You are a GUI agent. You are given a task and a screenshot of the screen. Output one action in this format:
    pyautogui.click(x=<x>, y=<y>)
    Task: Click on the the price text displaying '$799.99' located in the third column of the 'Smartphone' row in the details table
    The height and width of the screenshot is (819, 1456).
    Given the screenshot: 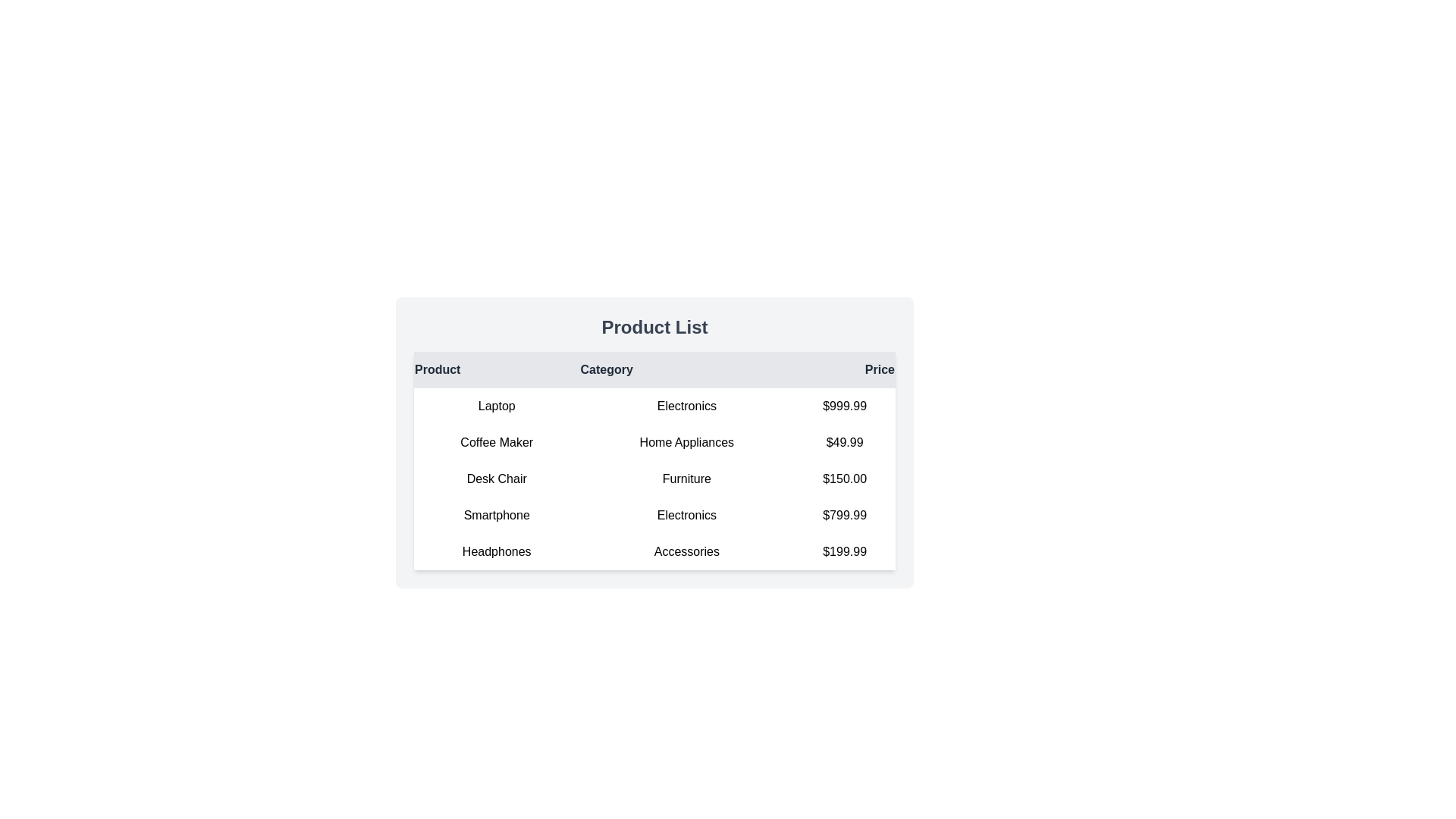 What is the action you would take?
    pyautogui.click(x=844, y=514)
    